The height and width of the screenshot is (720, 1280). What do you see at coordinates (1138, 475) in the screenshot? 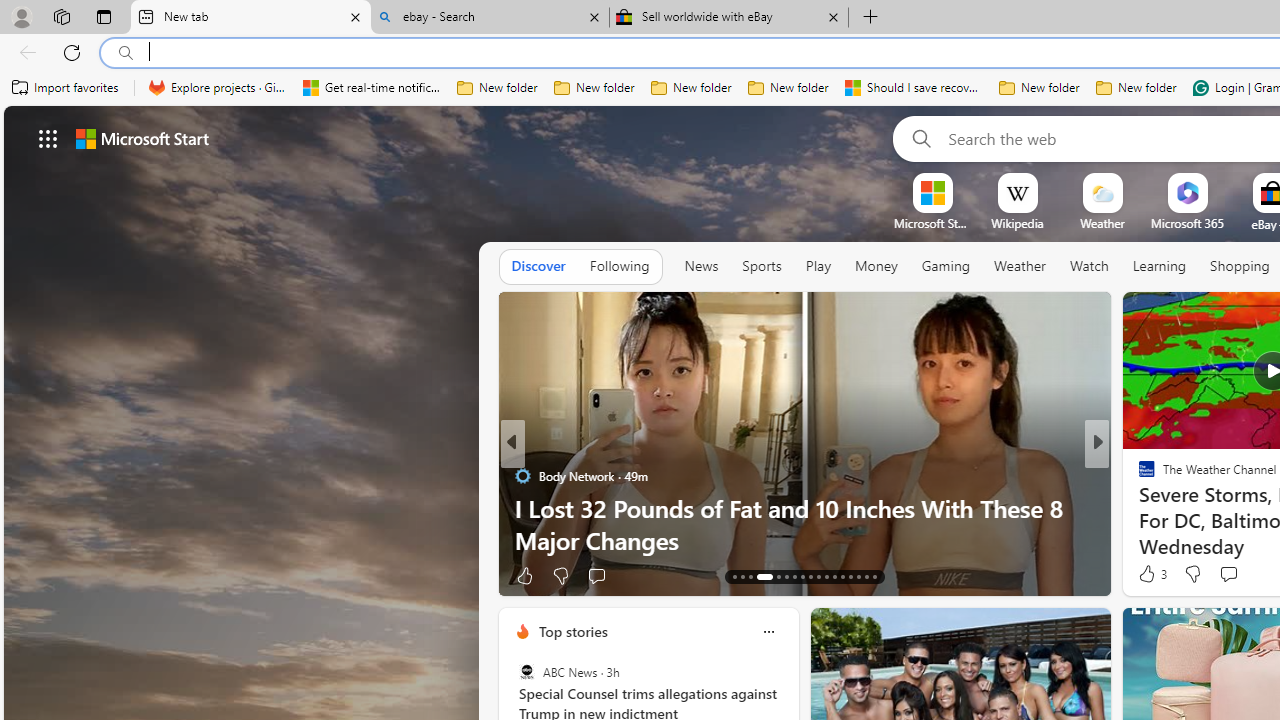
I see `'ETNT Mind+Body'` at bounding box center [1138, 475].